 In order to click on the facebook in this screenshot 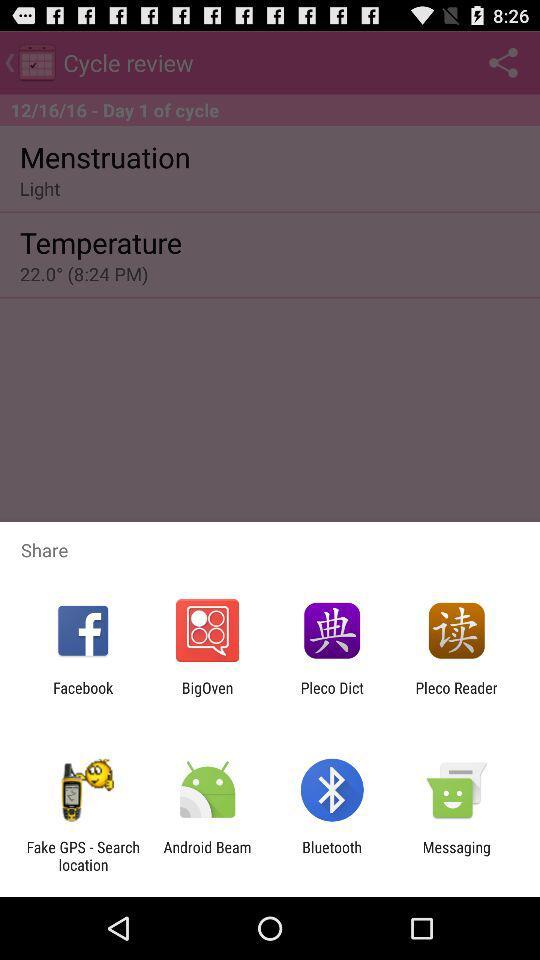, I will do `click(82, 696)`.